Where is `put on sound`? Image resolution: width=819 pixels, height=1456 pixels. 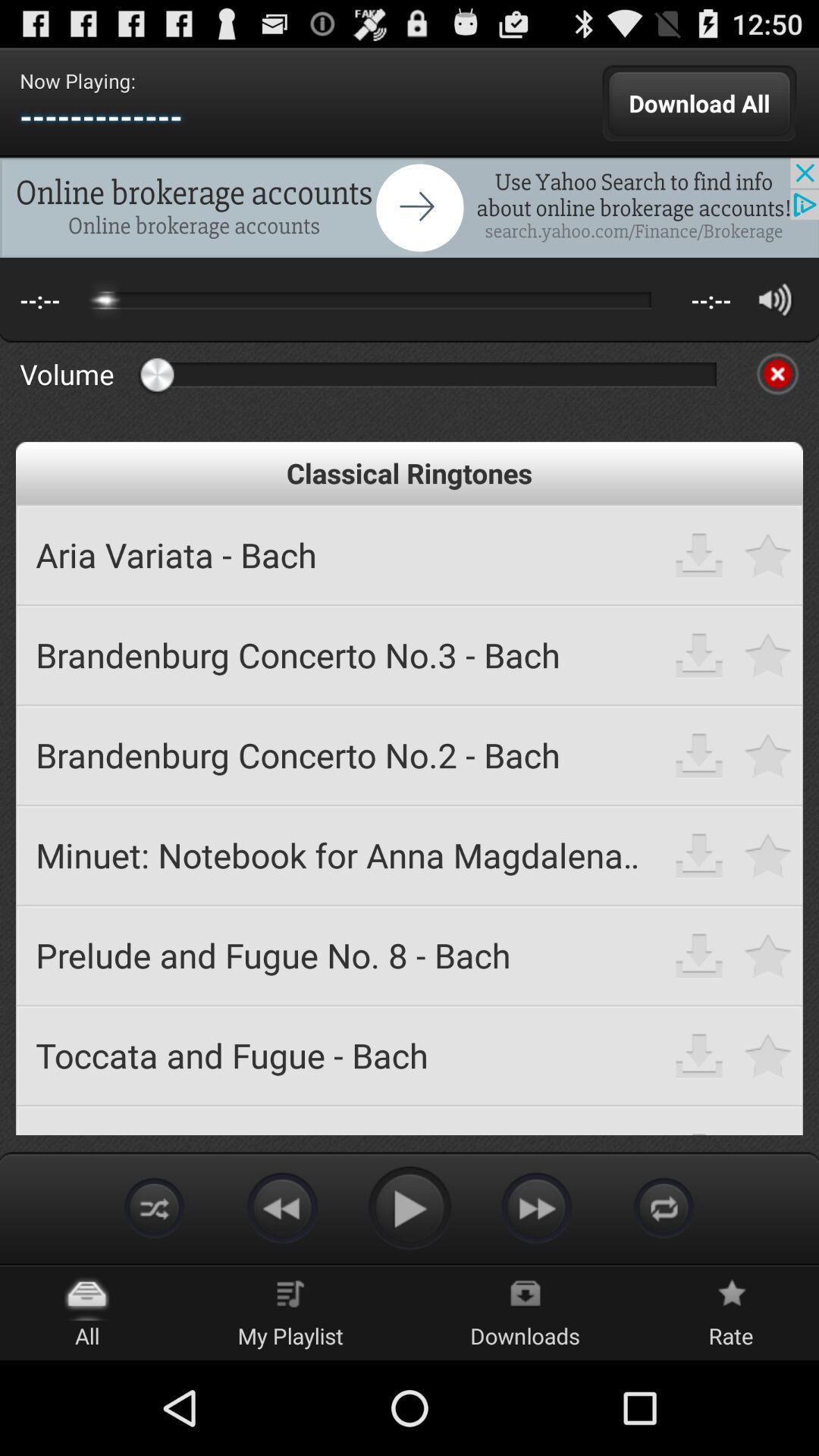 put on sound is located at coordinates (775, 300).